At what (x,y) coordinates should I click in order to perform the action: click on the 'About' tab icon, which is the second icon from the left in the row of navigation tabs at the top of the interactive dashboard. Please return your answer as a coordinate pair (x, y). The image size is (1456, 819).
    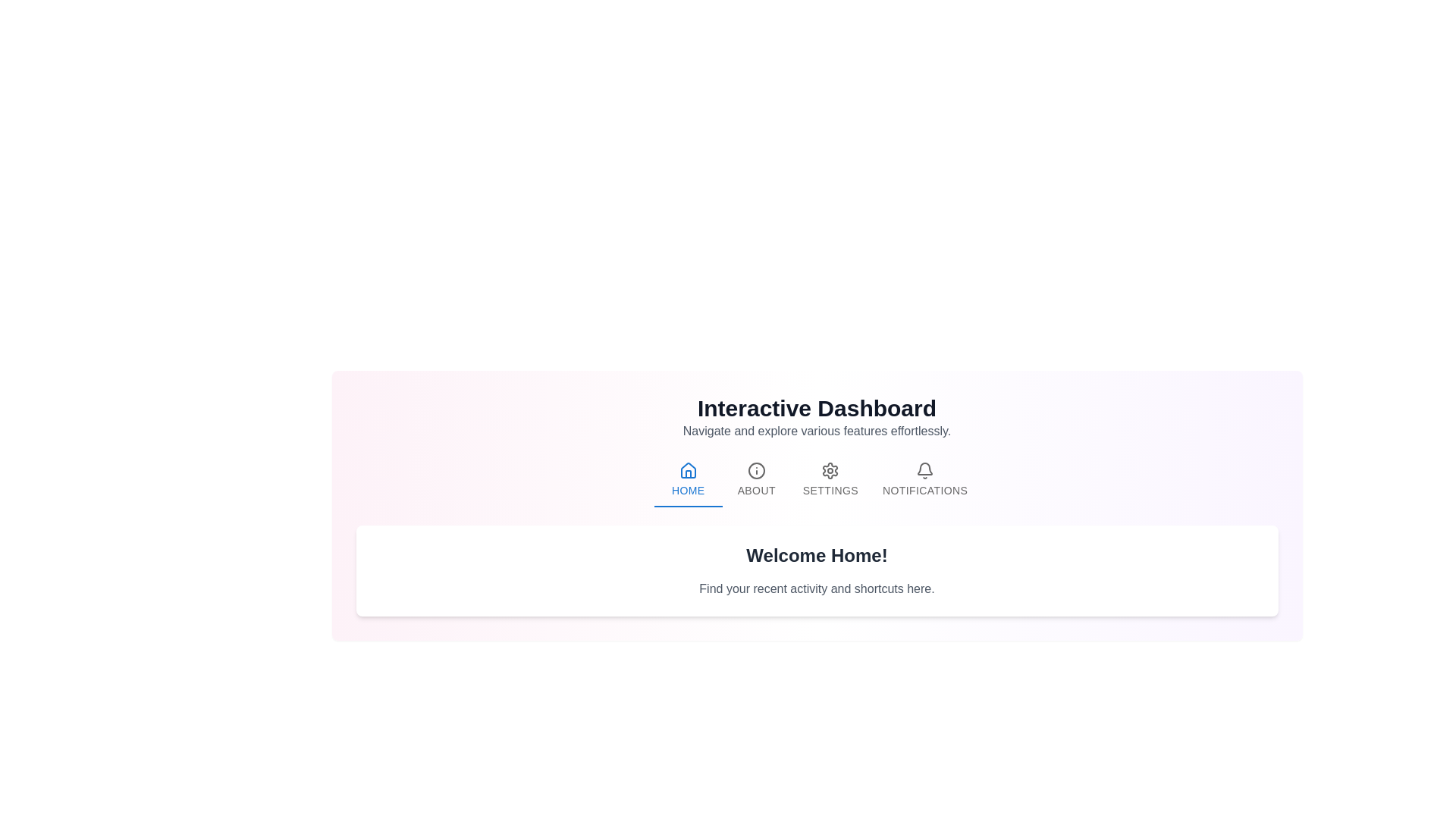
    Looking at the image, I should click on (756, 470).